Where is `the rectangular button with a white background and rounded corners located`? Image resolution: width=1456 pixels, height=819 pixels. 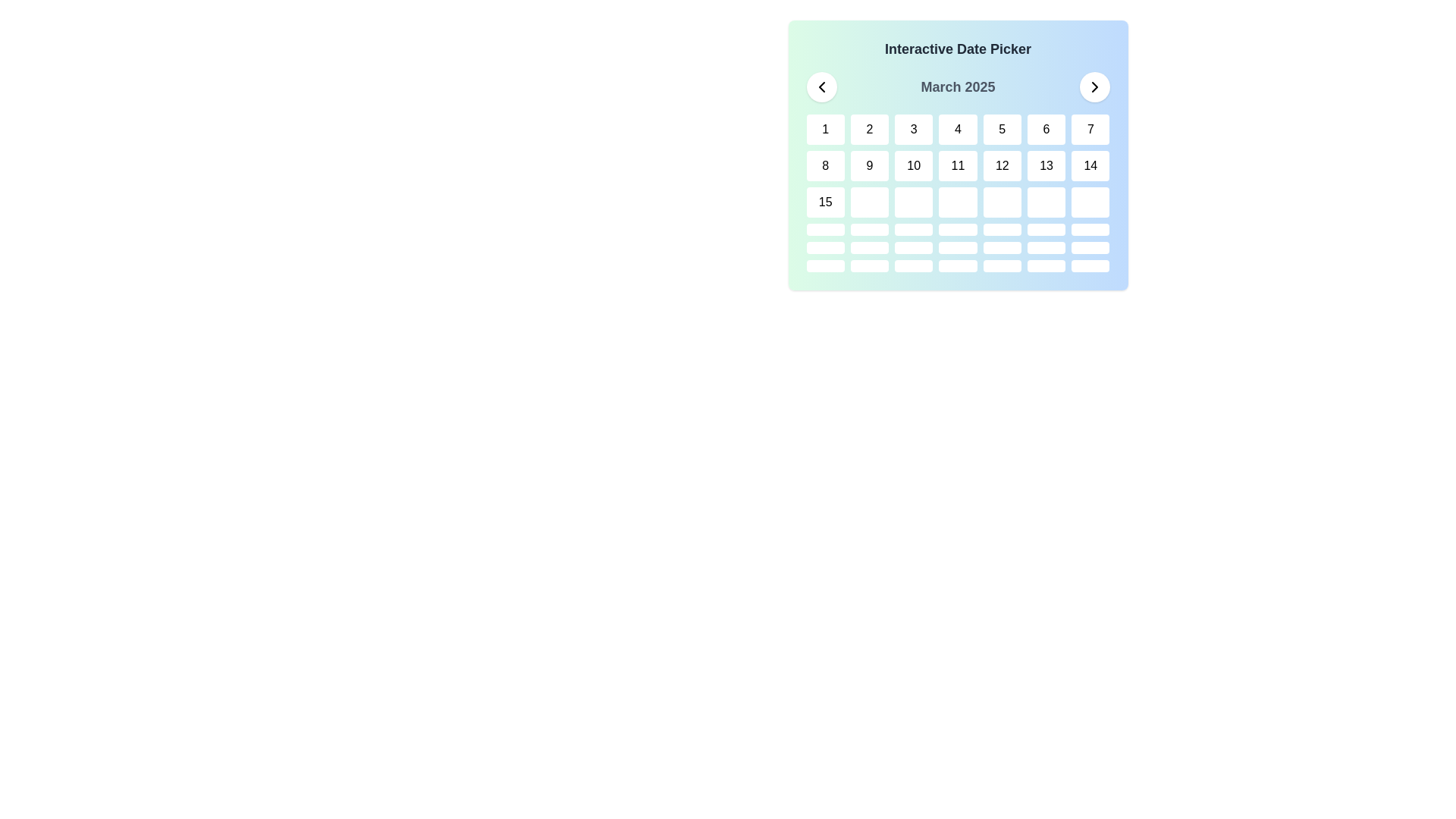
the rectangular button with a white background and rounded corners located is located at coordinates (1046, 247).